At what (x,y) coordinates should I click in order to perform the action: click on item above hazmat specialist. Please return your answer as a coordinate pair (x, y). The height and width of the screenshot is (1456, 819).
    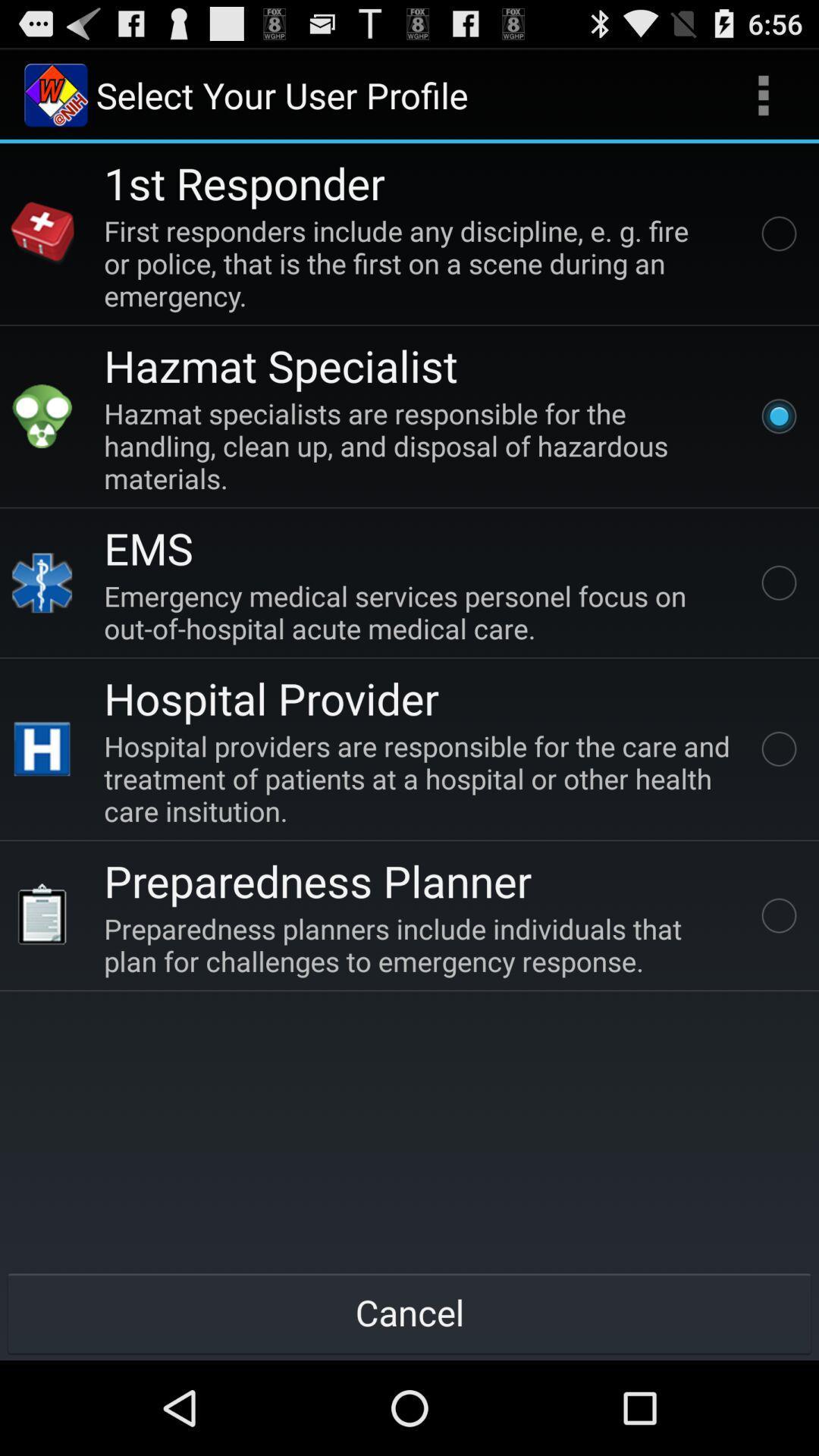
    Looking at the image, I should click on (420, 263).